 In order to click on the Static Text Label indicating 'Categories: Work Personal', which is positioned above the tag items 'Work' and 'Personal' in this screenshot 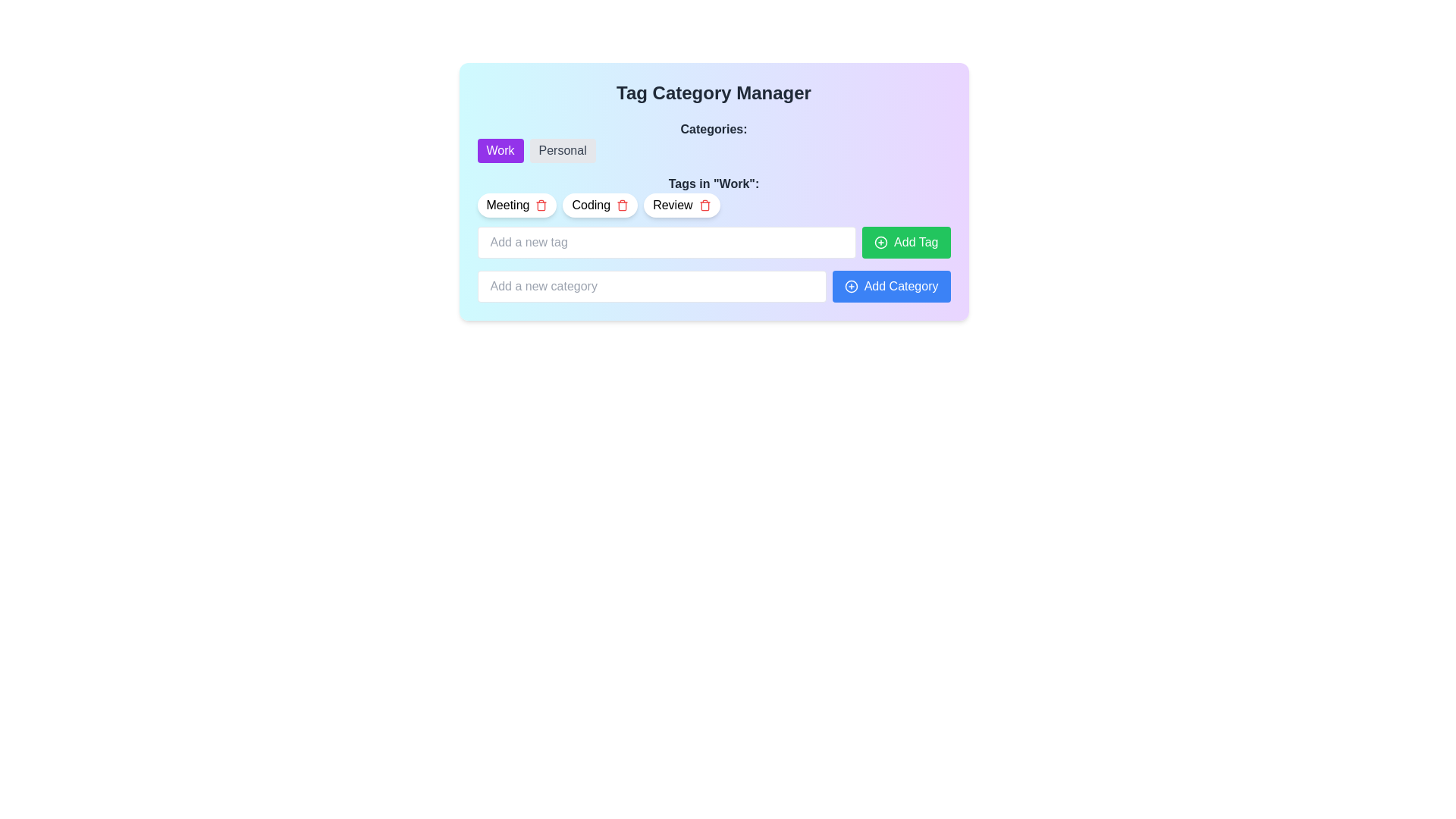, I will do `click(713, 128)`.